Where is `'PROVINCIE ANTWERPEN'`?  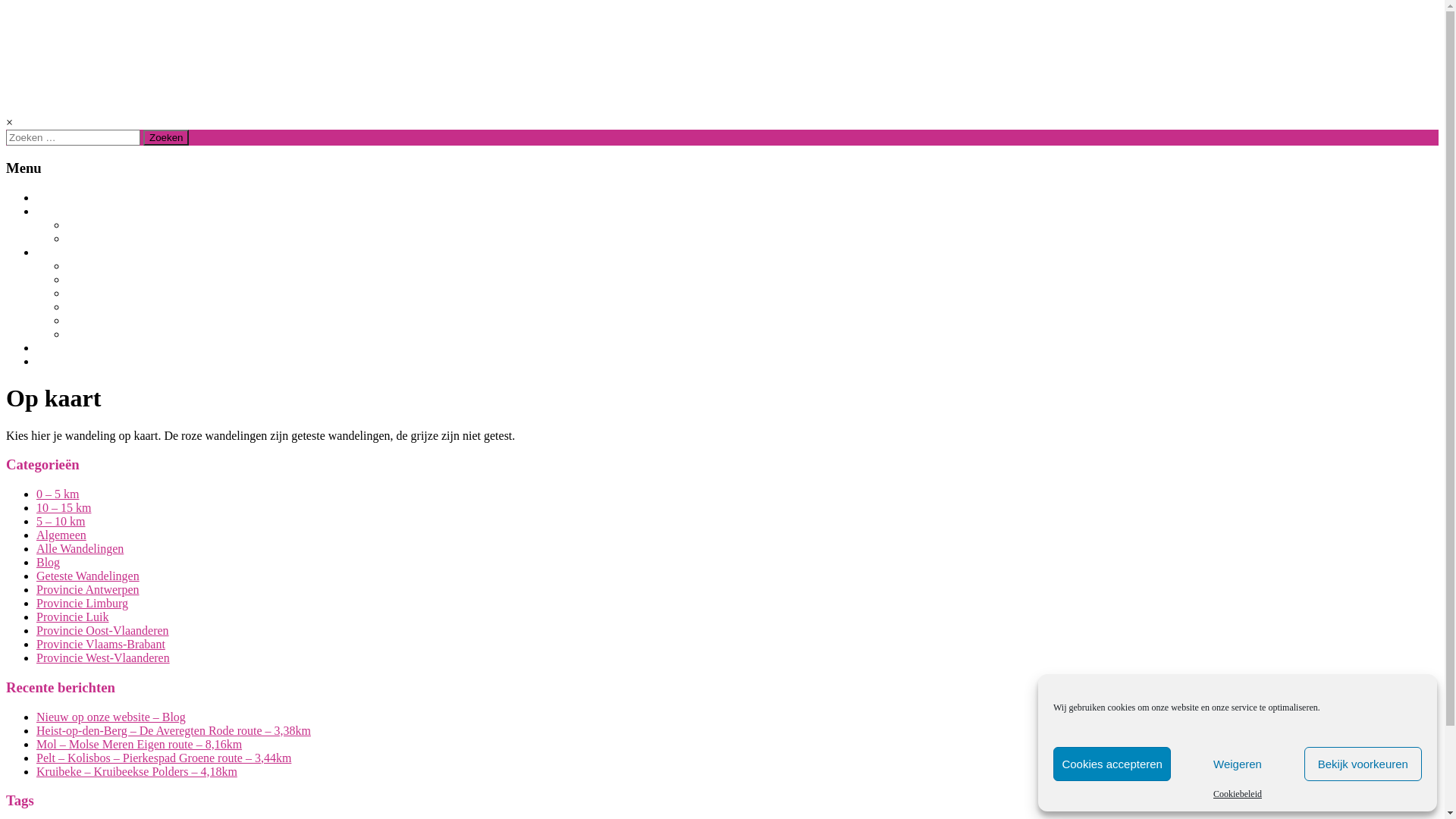 'PROVINCIE ANTWERPEN' is located at coordinates (131, 280).